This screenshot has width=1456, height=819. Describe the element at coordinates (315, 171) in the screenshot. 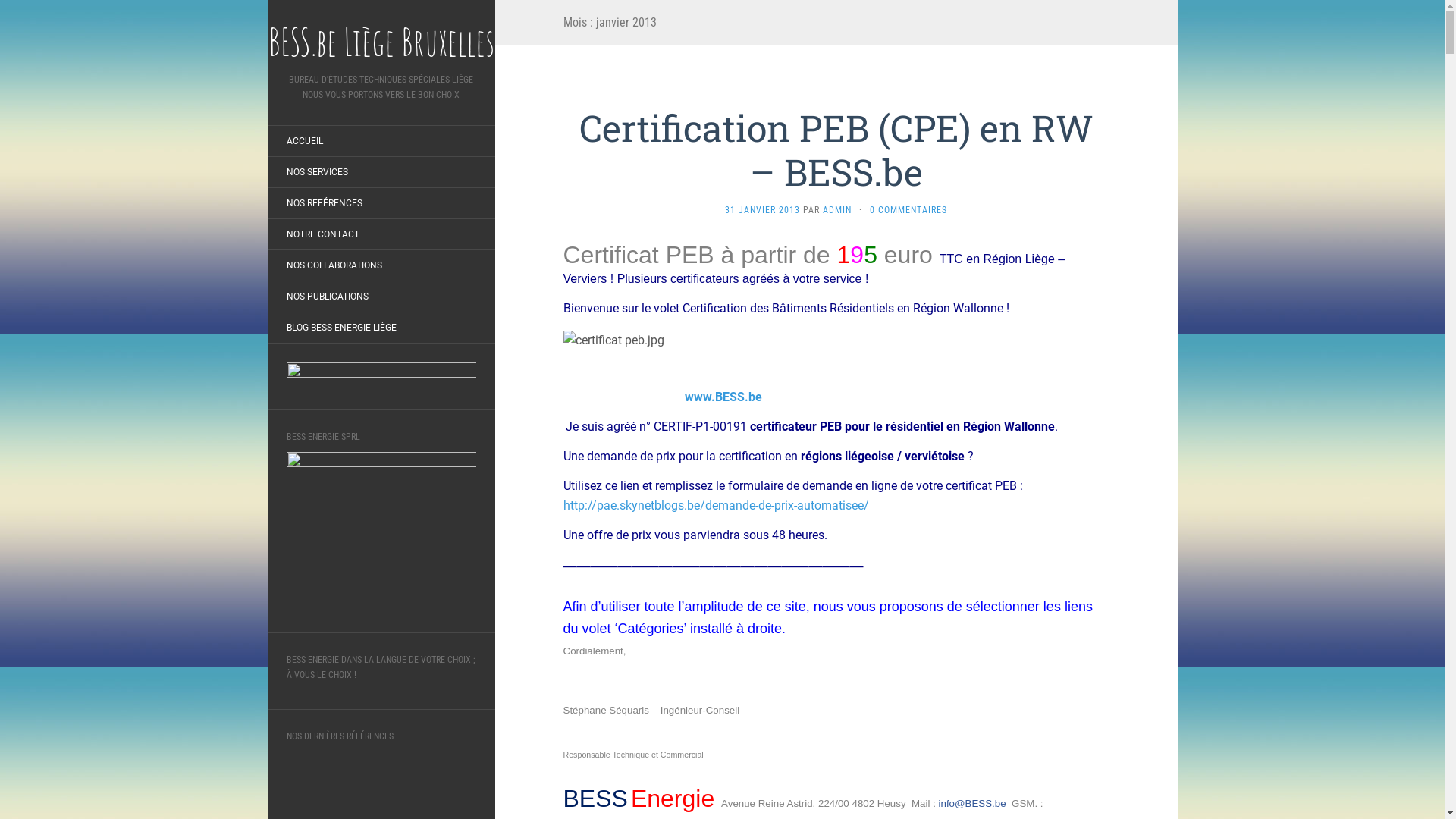

I see `'NOS SERVICES'` at that location.